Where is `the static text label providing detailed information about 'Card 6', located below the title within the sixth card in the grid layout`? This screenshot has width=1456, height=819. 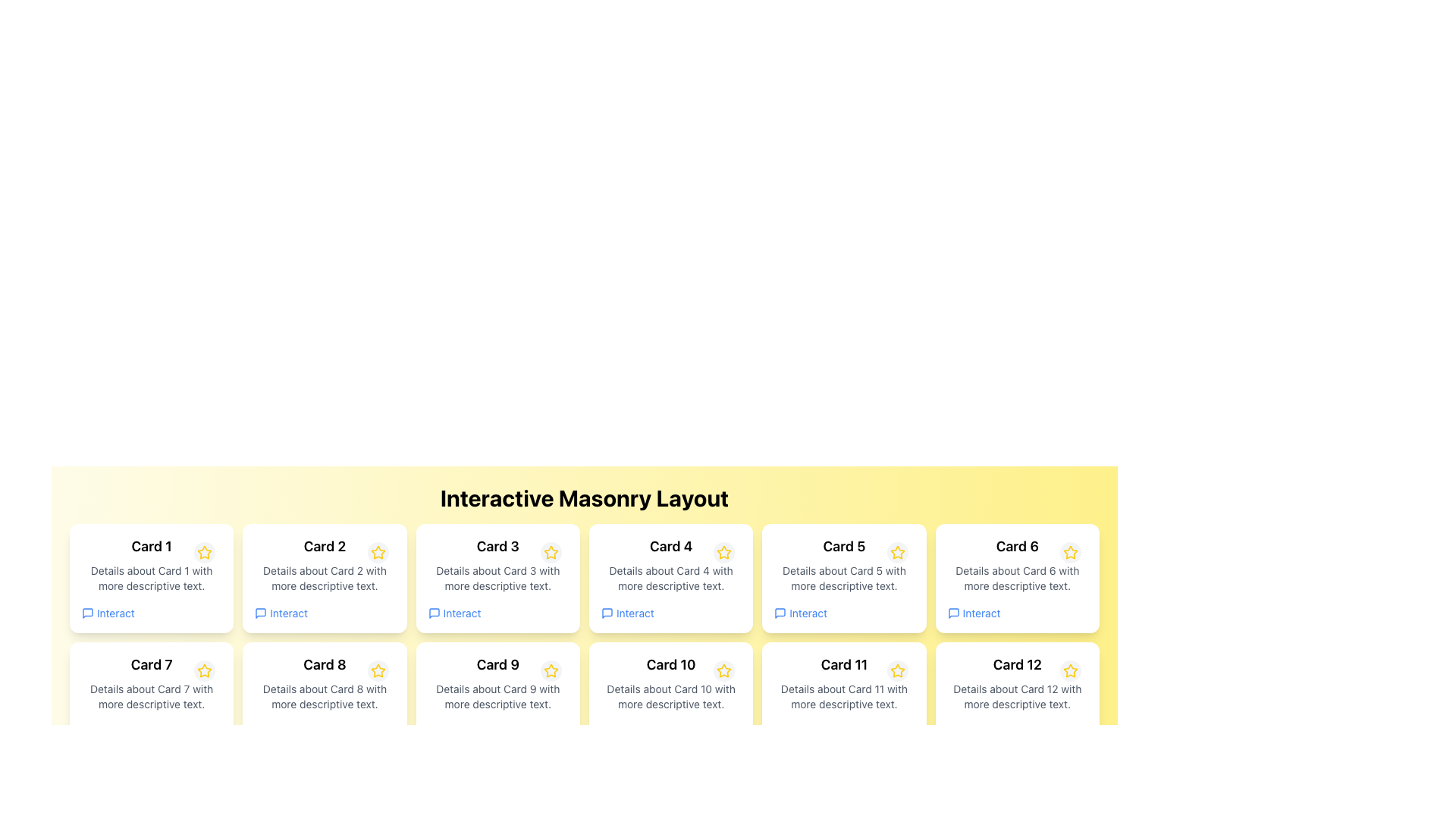
the static text label providing detailed information about 'Card 6', located below the title within the sixth card in the grid layout is located at coordinates (1017, 579).